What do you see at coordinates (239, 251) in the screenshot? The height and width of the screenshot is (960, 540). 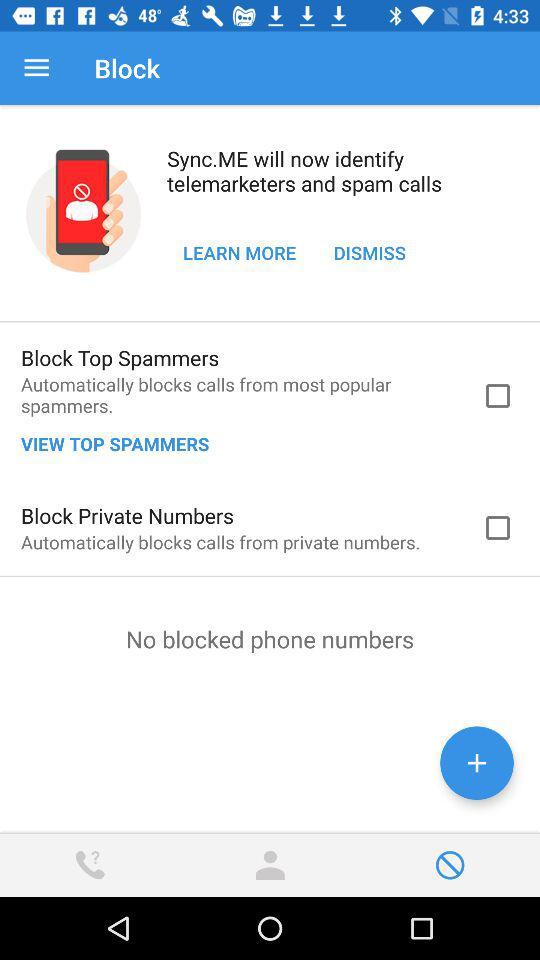 I see `the icon below sync me will` at bounding box center [239, 251].